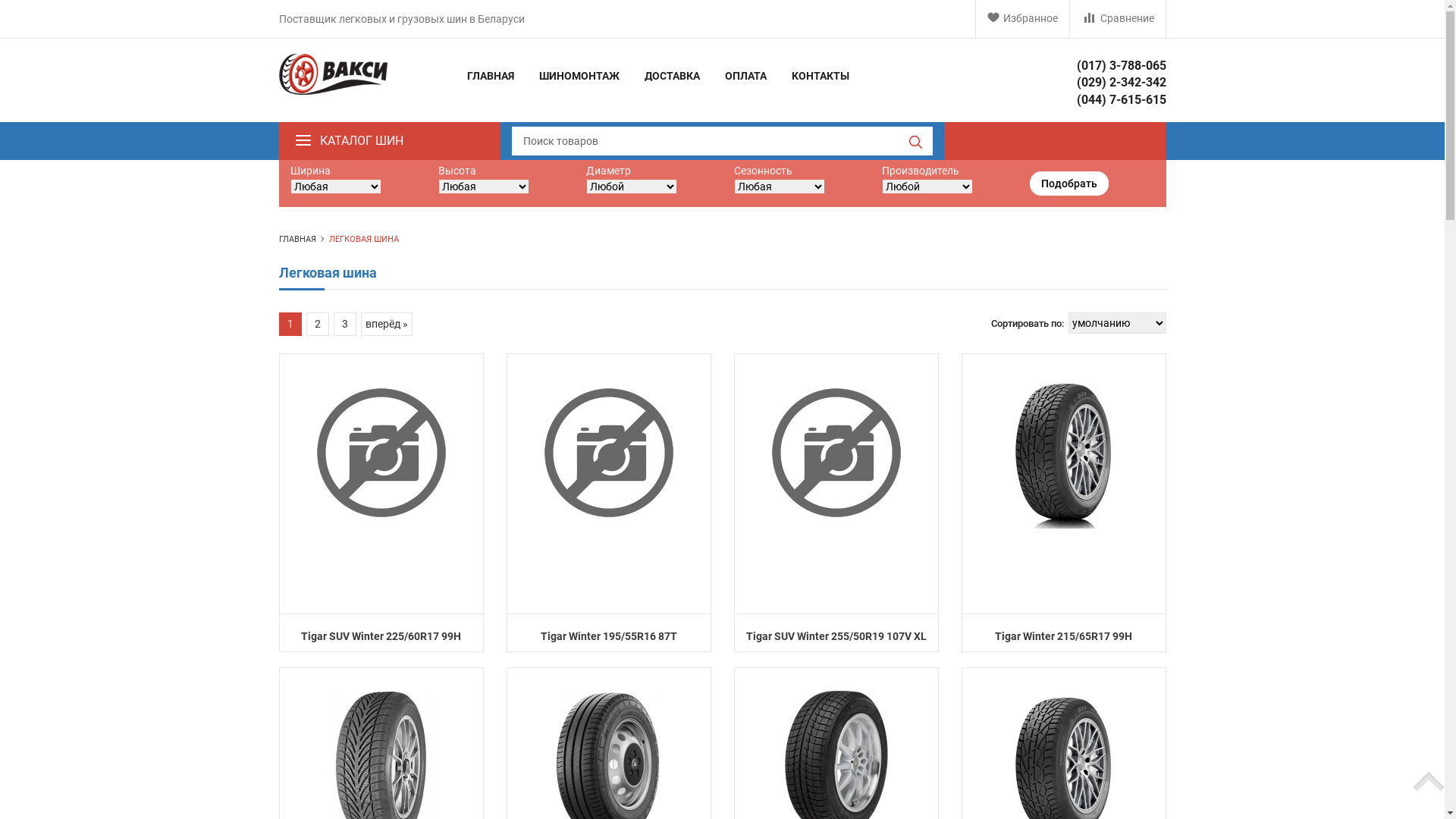 The height and width of the screenshot is (819, 1456). I want to click on 'Tigar SUV Winter 255/50R19 107V XL', so click(836, 636).